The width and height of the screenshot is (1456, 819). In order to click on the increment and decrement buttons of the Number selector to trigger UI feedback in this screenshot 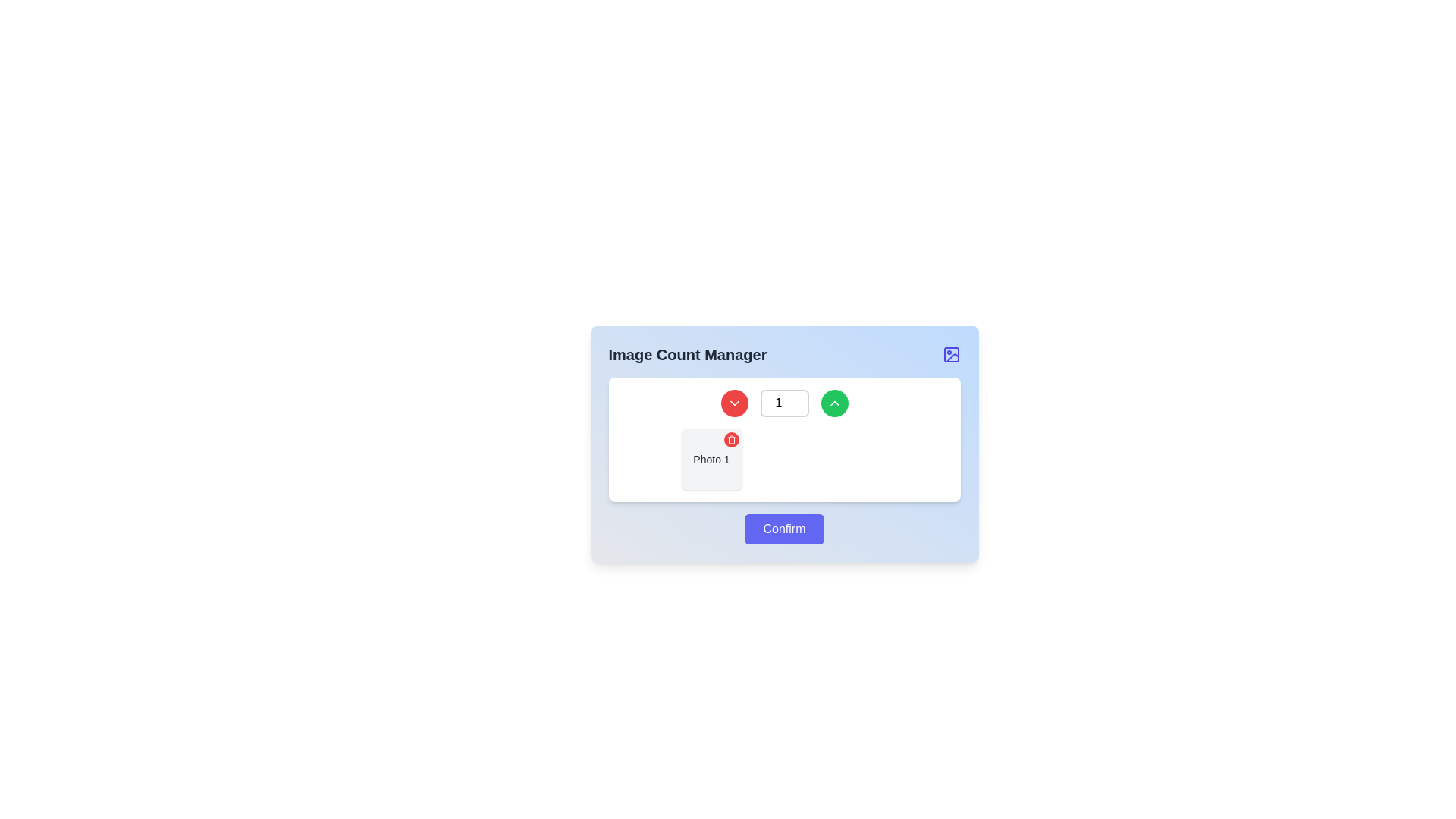, I will do `click(784, 403)`.